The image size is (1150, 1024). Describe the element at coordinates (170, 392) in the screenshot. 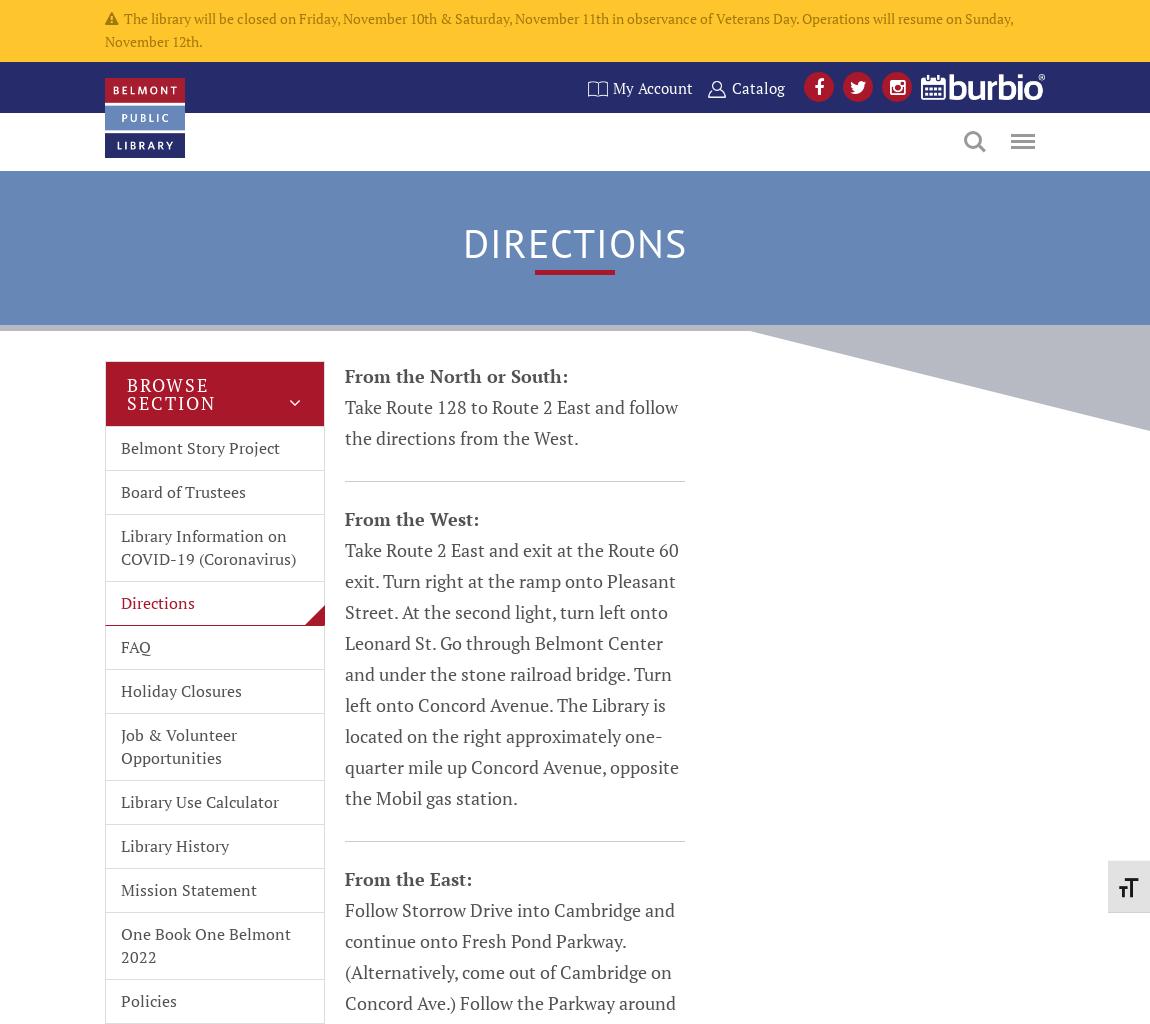

I see `'Browse Section'` at that location.